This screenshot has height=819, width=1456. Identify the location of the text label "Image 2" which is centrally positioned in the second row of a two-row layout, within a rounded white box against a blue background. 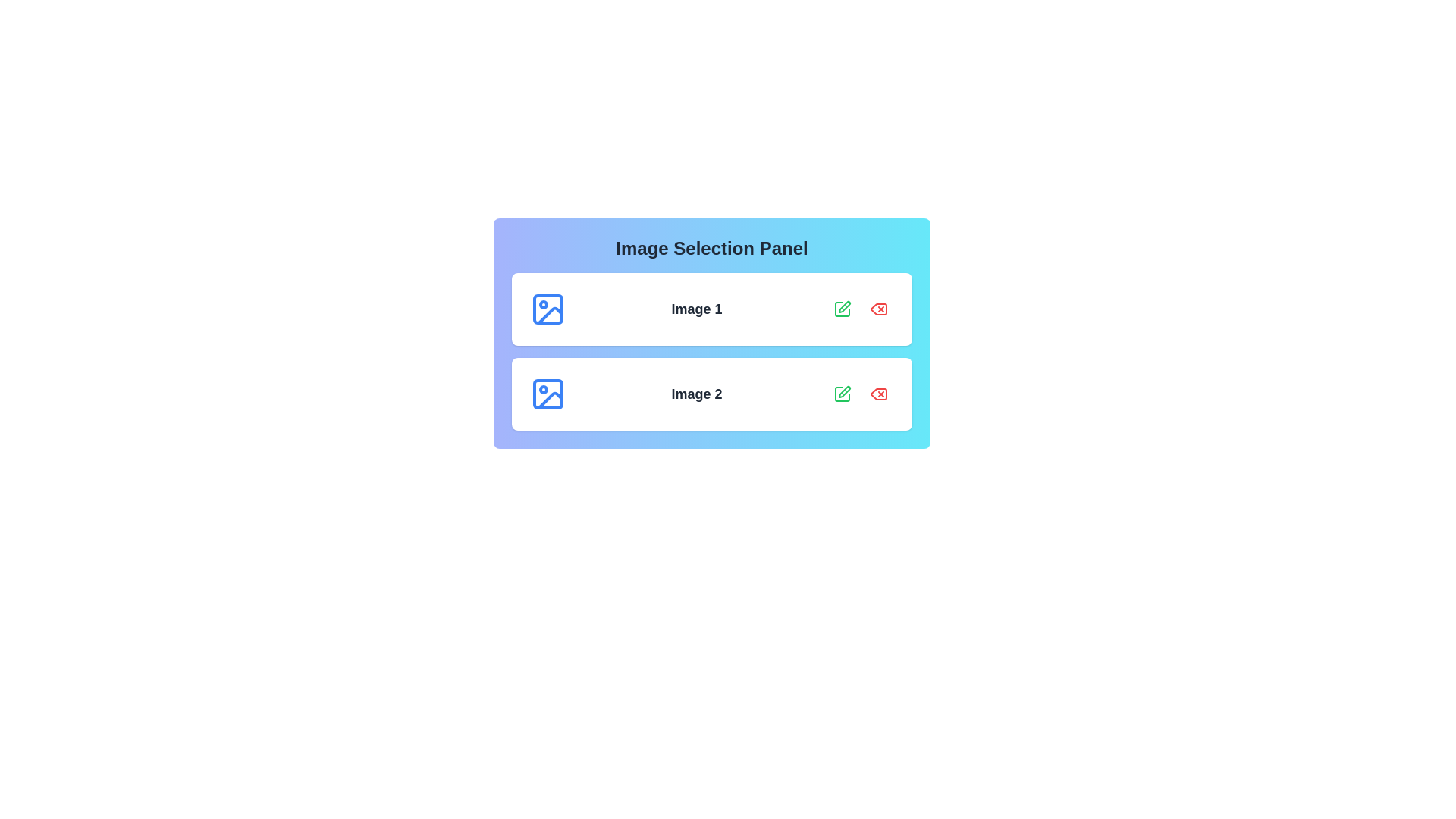
(695, 394).